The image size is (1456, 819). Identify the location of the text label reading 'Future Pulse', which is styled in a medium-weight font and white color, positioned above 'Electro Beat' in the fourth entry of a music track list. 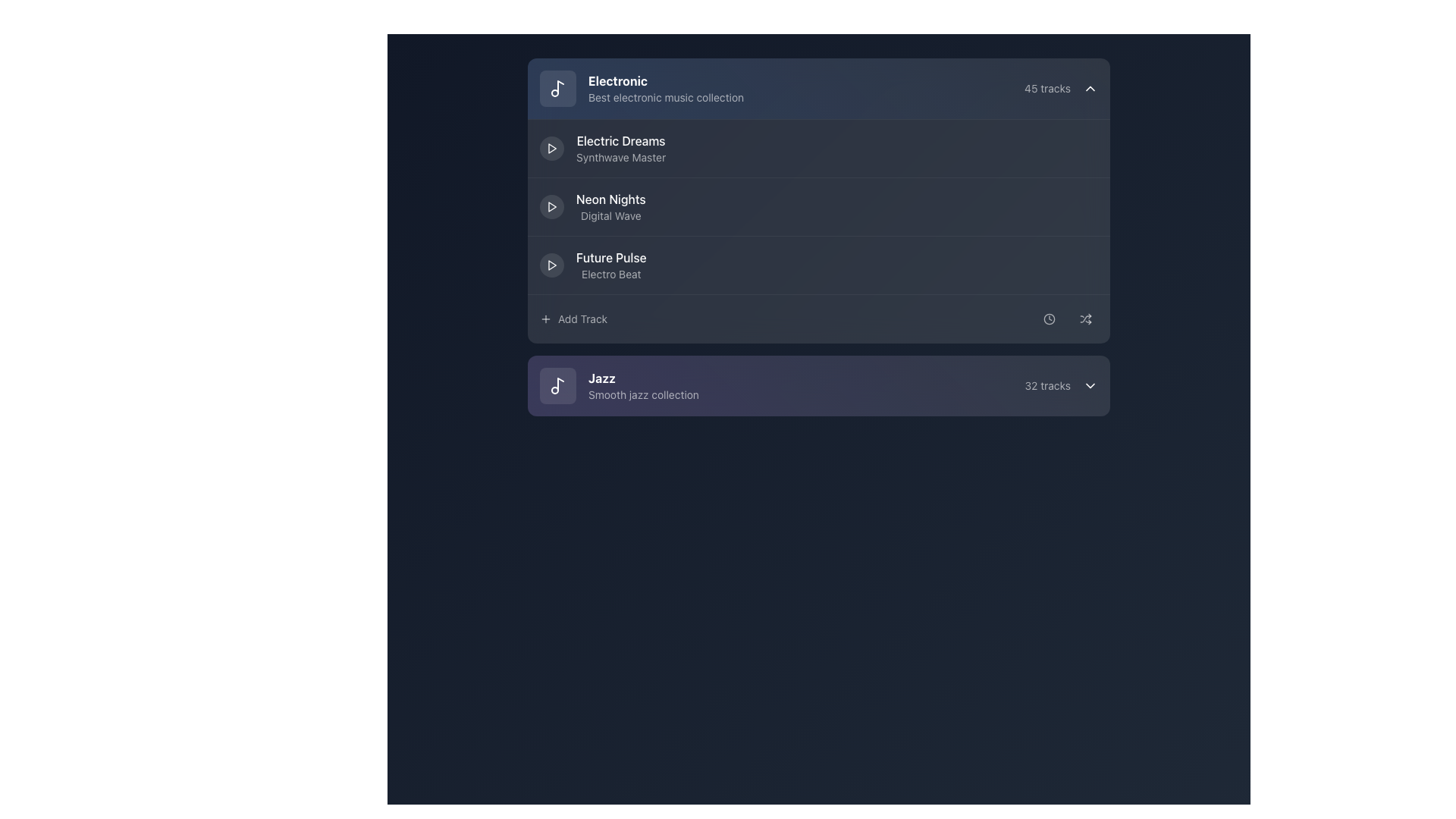
(611, 256).